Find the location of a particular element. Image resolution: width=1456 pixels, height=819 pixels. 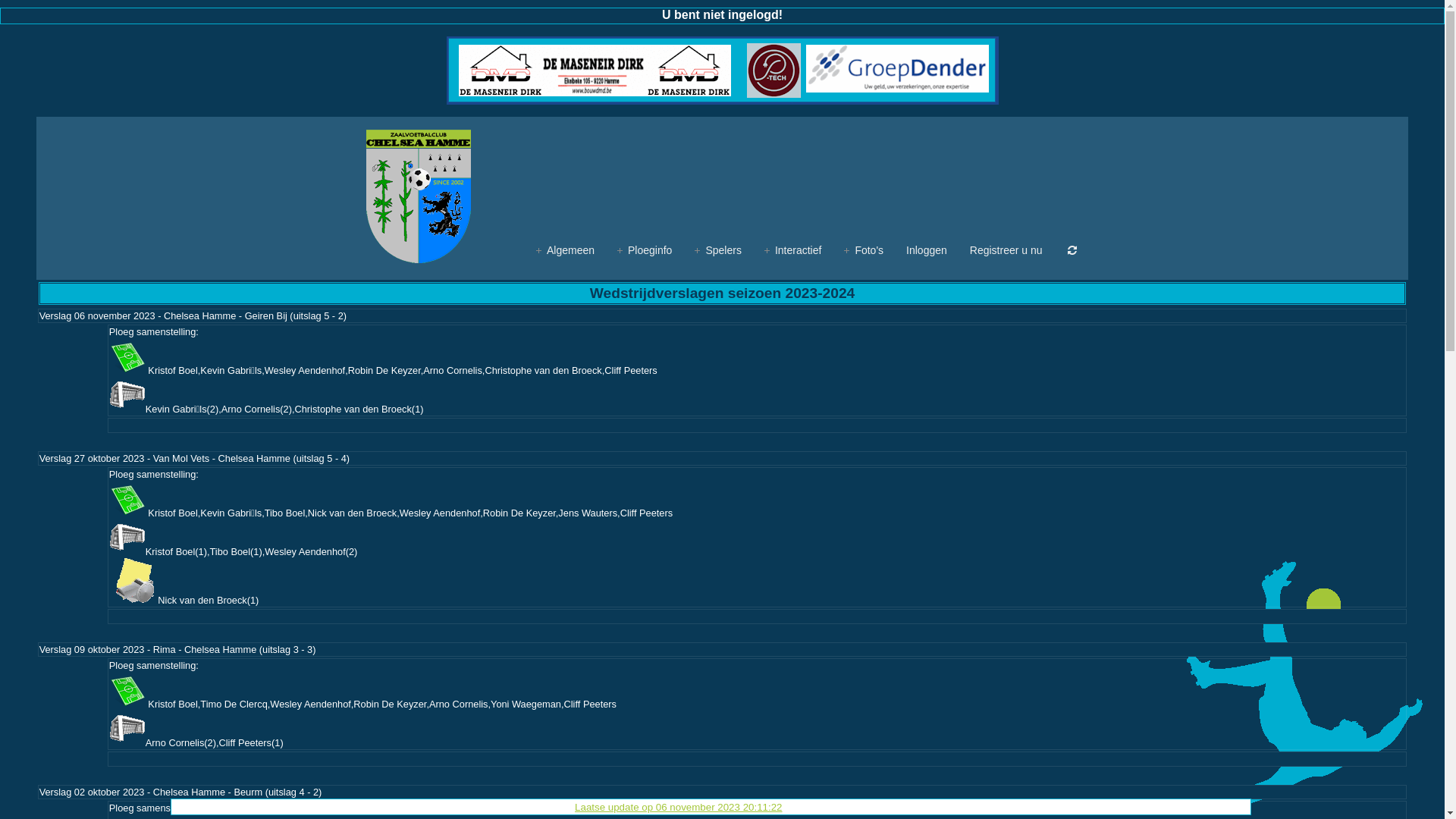

'Inloggen' is located at coordinates (926, 249).